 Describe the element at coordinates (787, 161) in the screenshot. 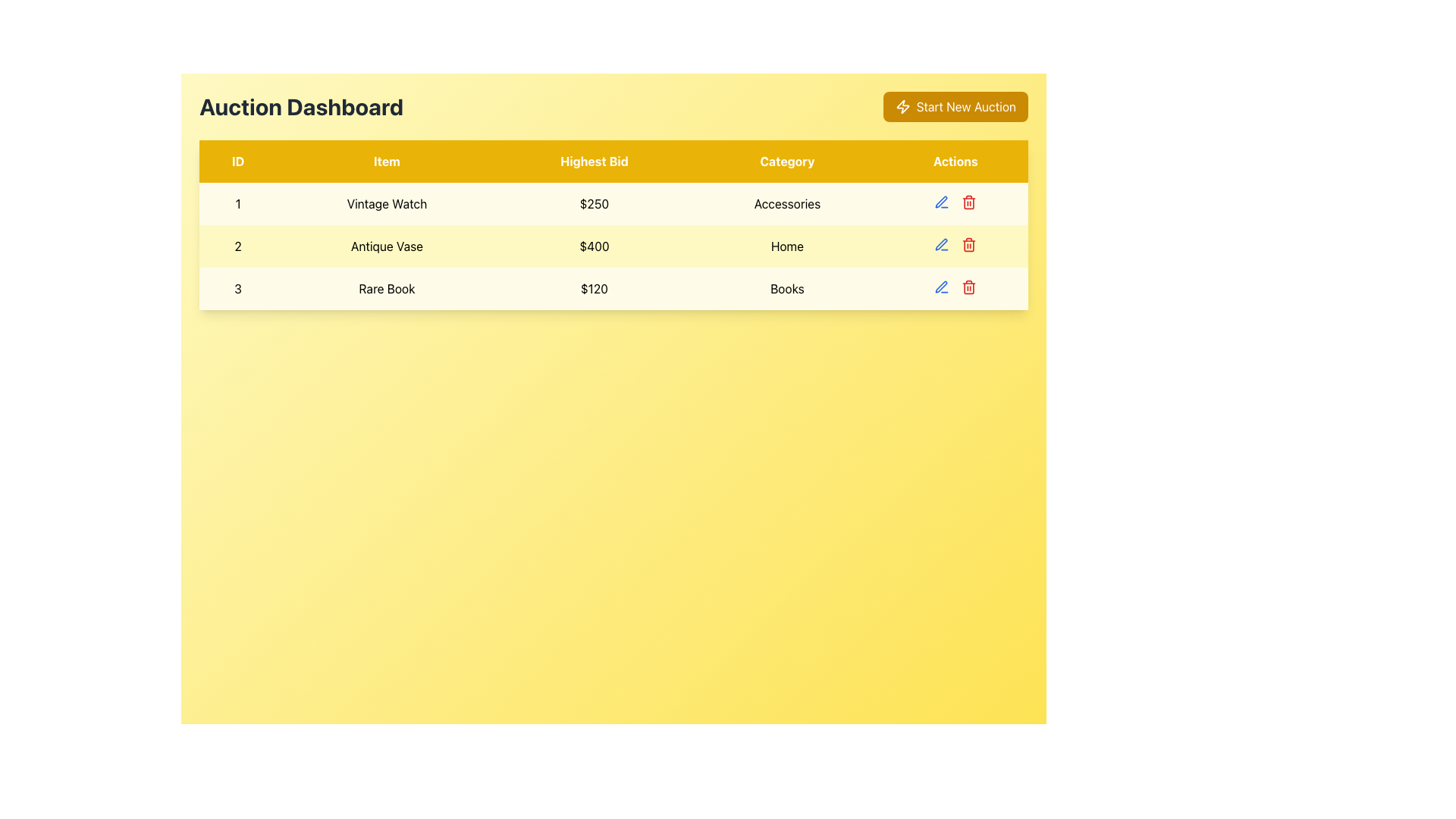

I see `the Table Header Cell displaying 'Category' with a bold white font on a solid yellow background, located in the header row of the table` at that location.